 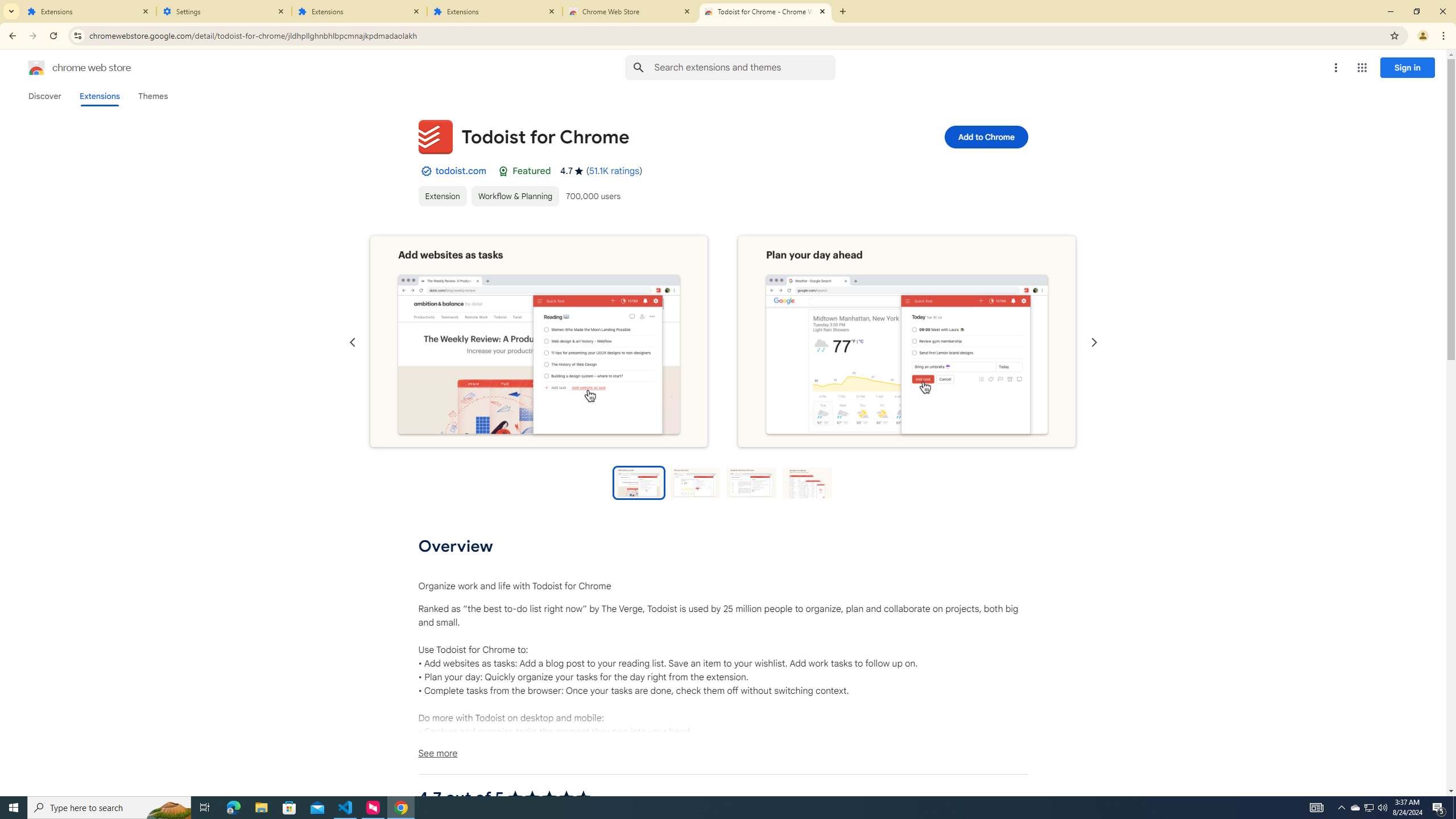 What do you see at coordinates (751, 482) in the screenshot?
I see `'Preview slide 3'` at bounding box center [751, 482].